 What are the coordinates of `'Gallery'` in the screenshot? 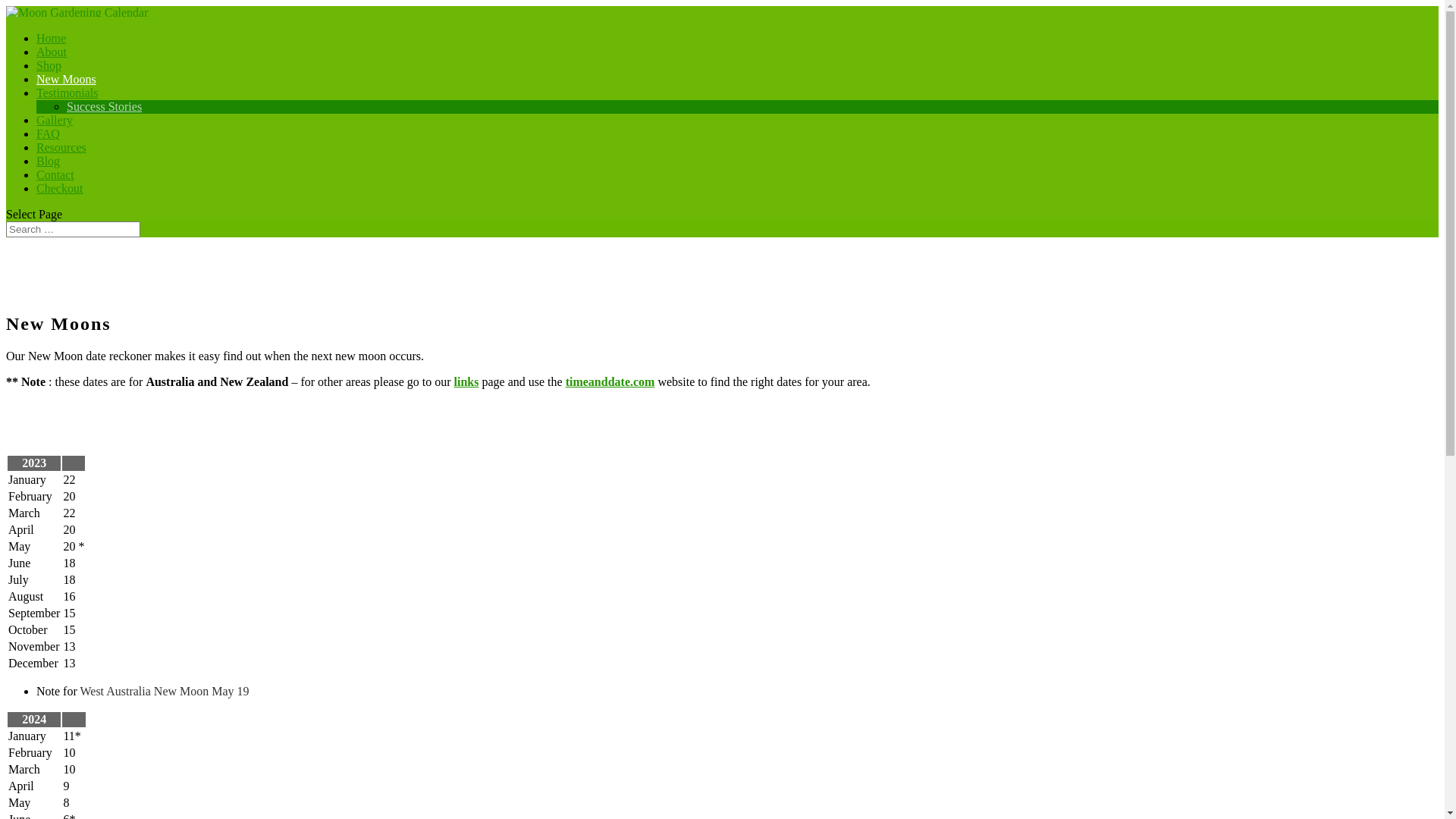 It's located at (55, 126).